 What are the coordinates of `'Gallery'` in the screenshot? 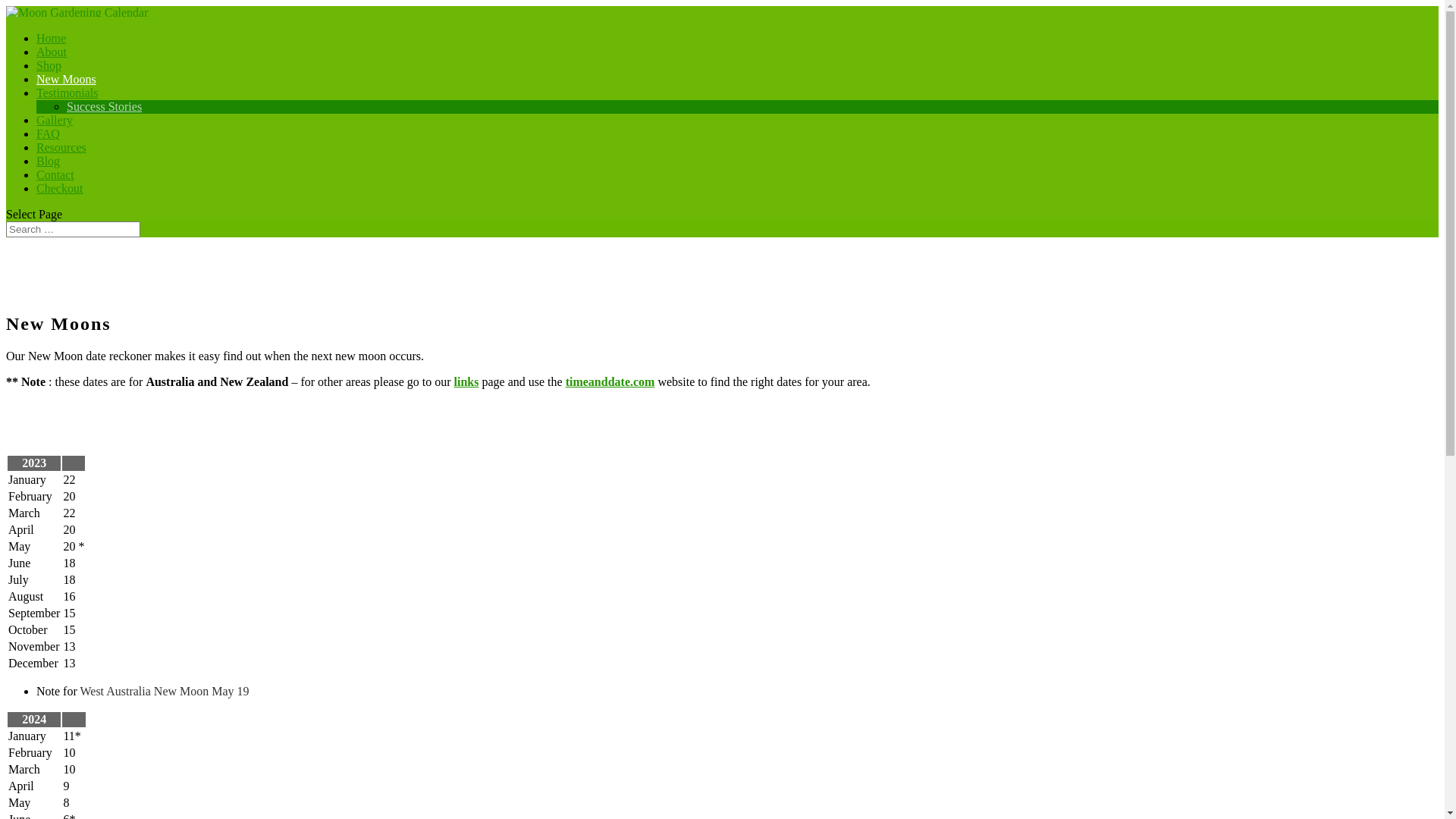 It's located at (55, 126).